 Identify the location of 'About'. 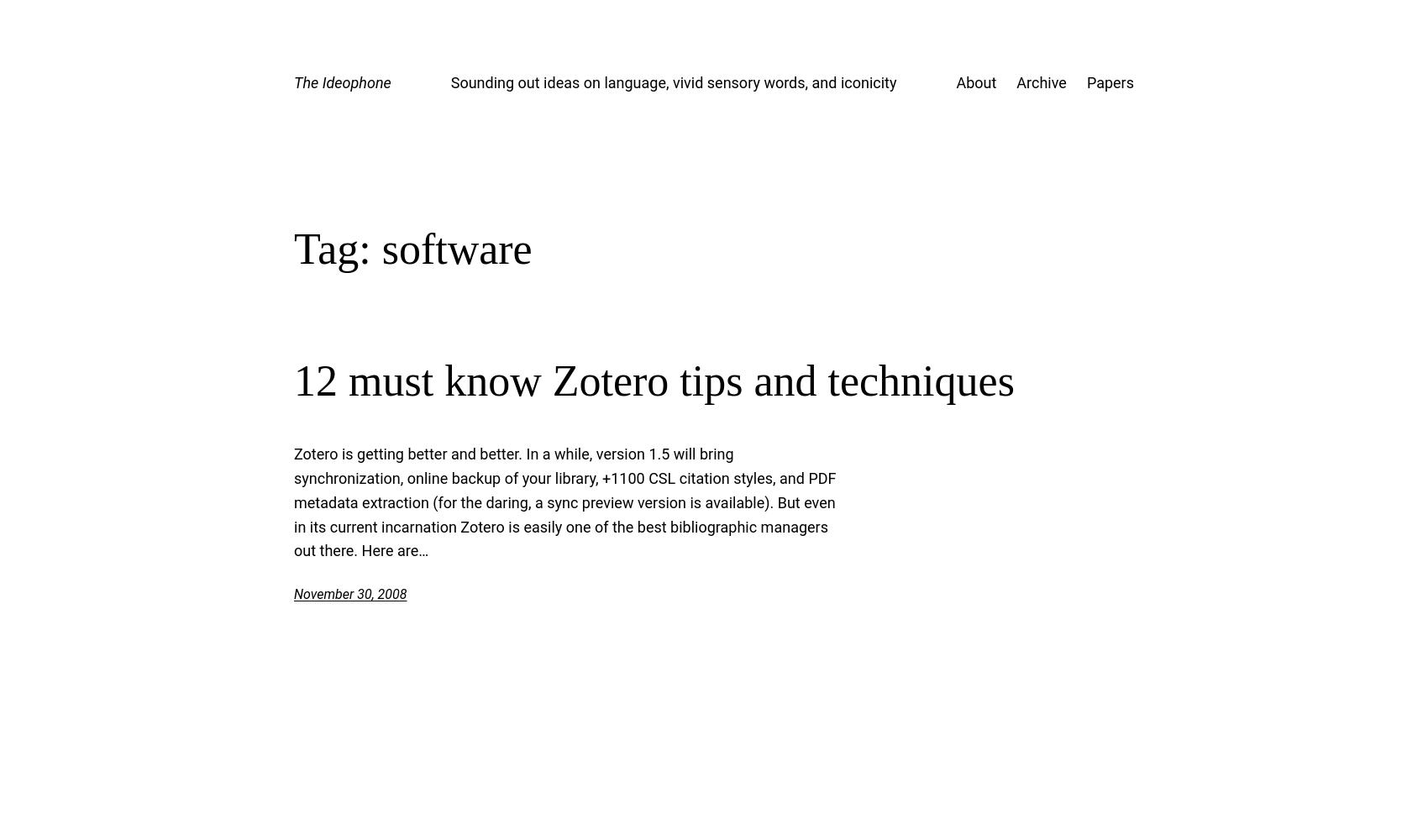
(955, 81).